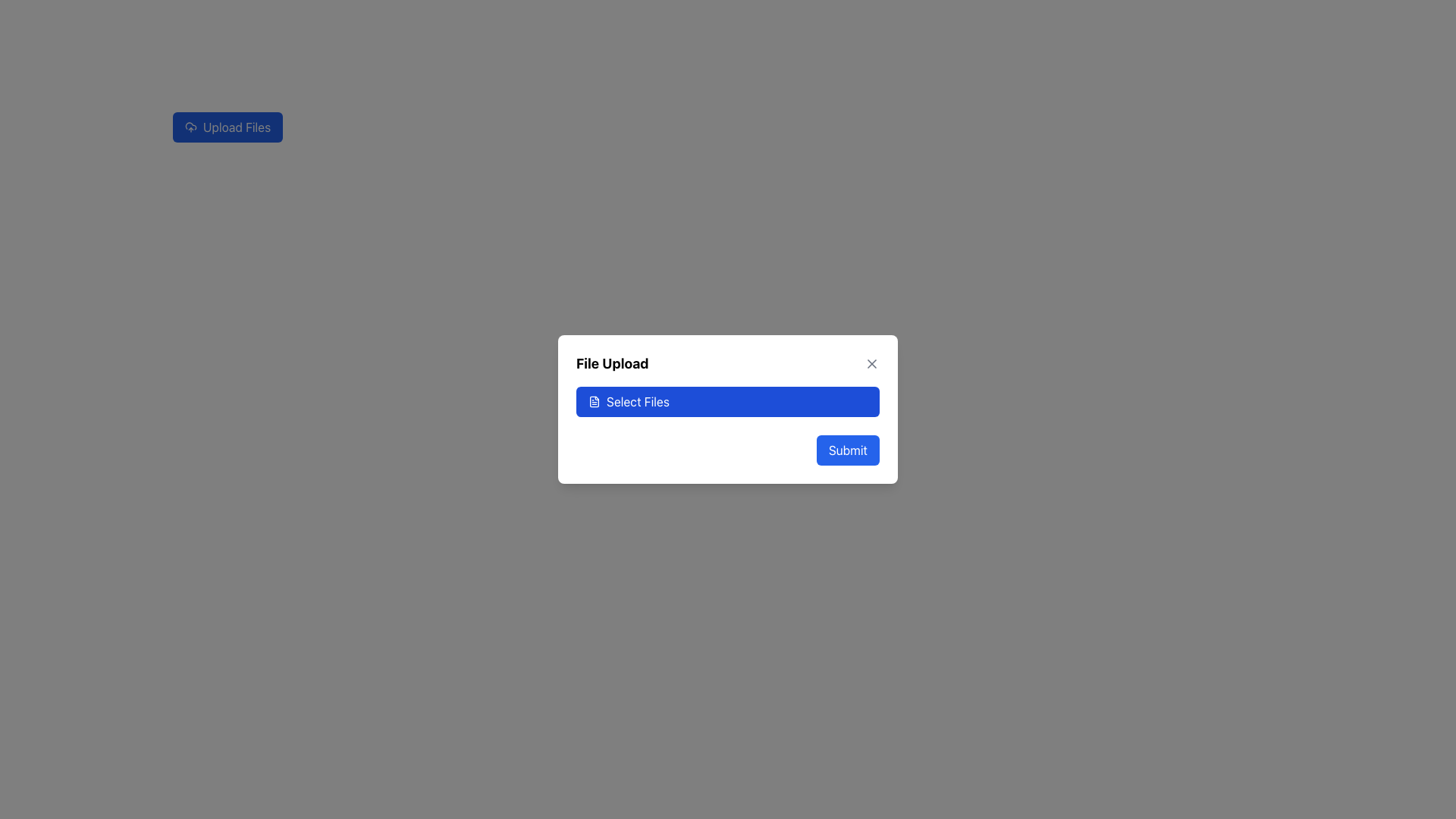 The height and width of the screenshot is (819, 1456). Describe the element at coordinates (190, 127) in the screenshot. I see `the cloud icon with an upward arrow that represents the 'Upload Files' button, located at the top-left of the interface` at that location.